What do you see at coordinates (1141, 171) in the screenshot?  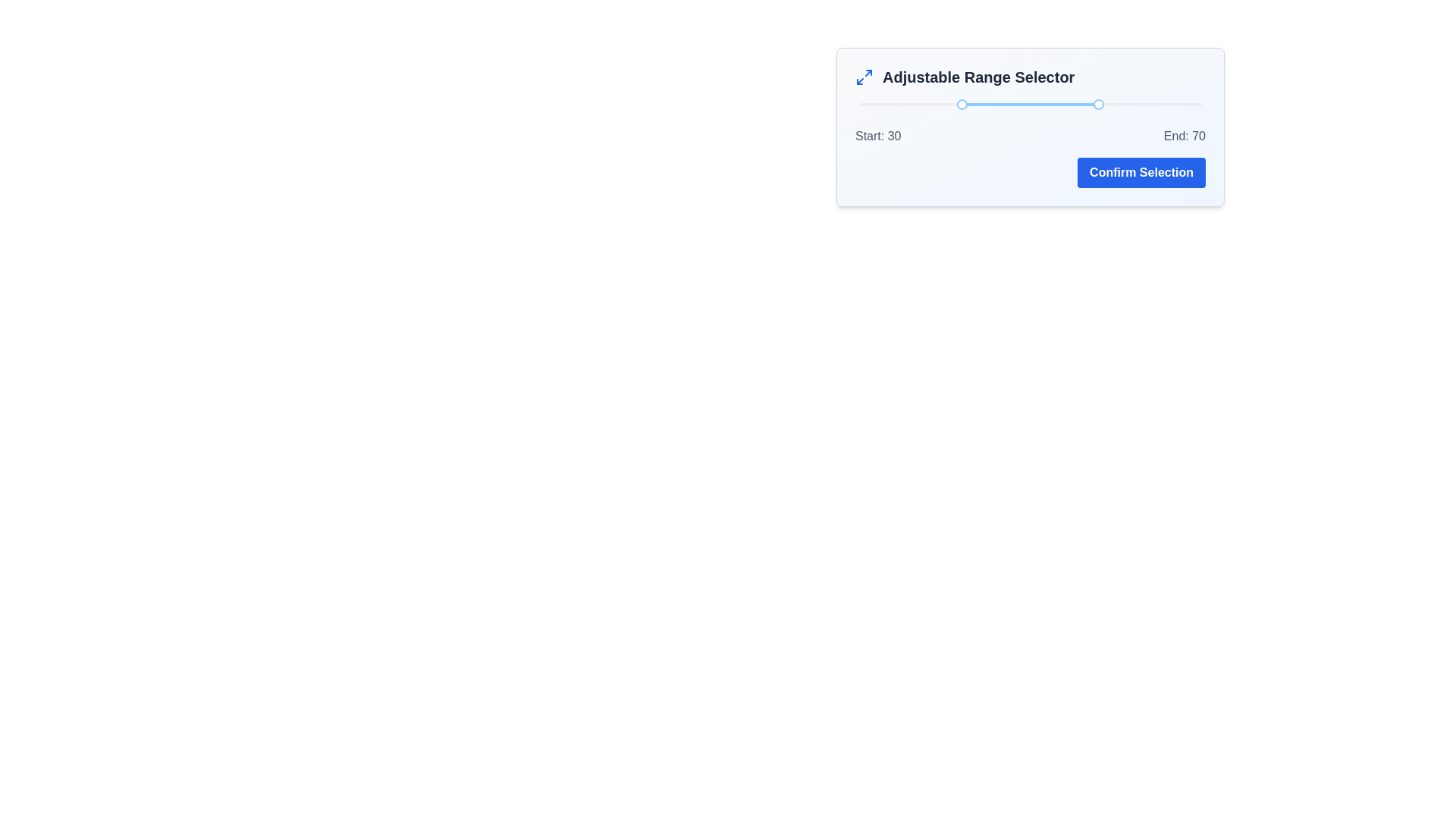 I see `the 'Confirm Selection' button with a blue background and white text` at bounding box center [1141, 171].